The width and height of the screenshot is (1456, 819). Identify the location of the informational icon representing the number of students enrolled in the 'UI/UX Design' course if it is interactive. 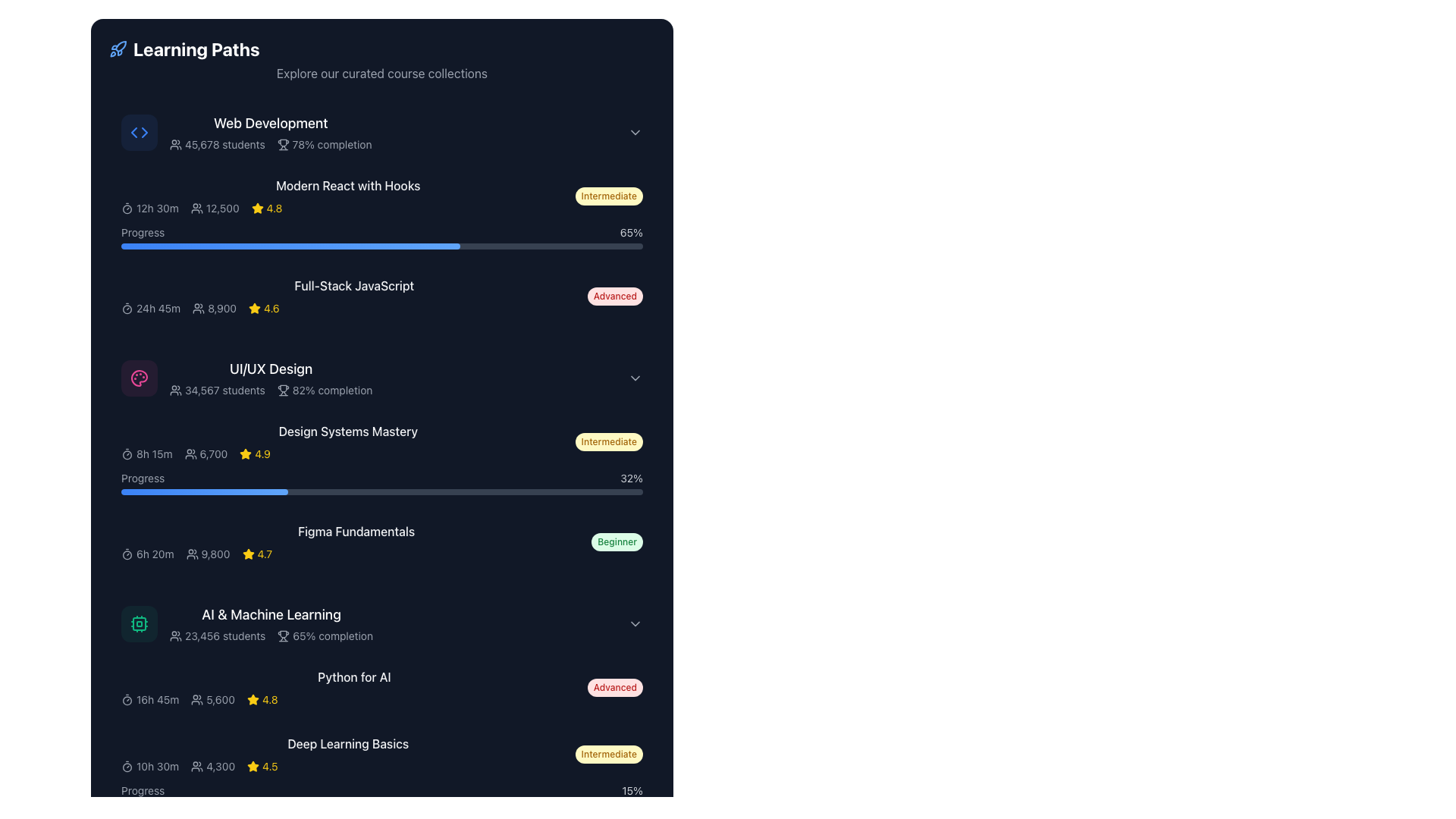
(175, 390).